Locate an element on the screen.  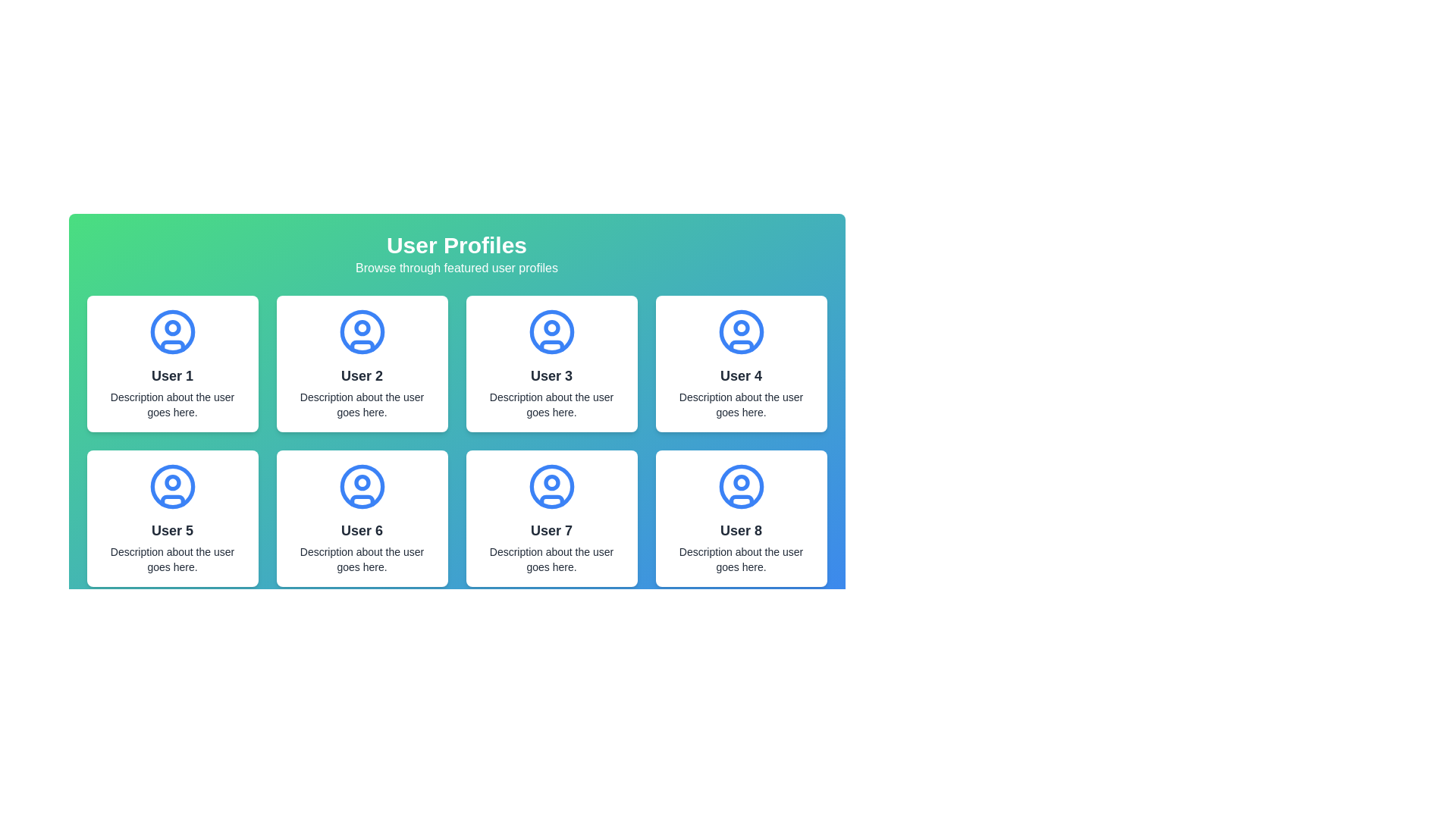
the small circular graphic element located centrally within the user profile icon labeled 'User 6' is located at coordinates (361, 482).